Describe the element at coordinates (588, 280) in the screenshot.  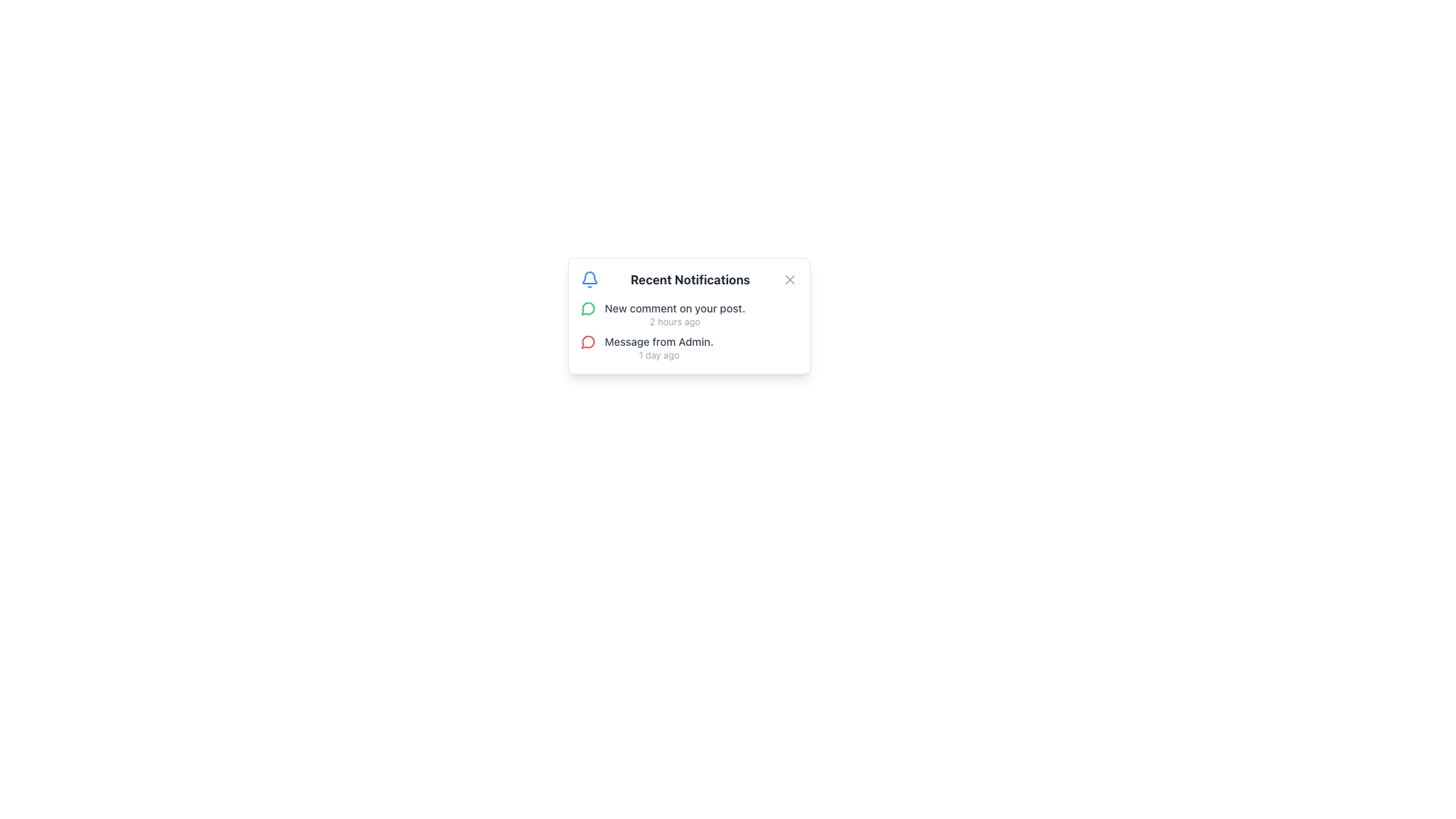
I see `the notification icon located to the left of the title text 'Recent Notifications', which serves as an indicator for recent notifications` at that location.